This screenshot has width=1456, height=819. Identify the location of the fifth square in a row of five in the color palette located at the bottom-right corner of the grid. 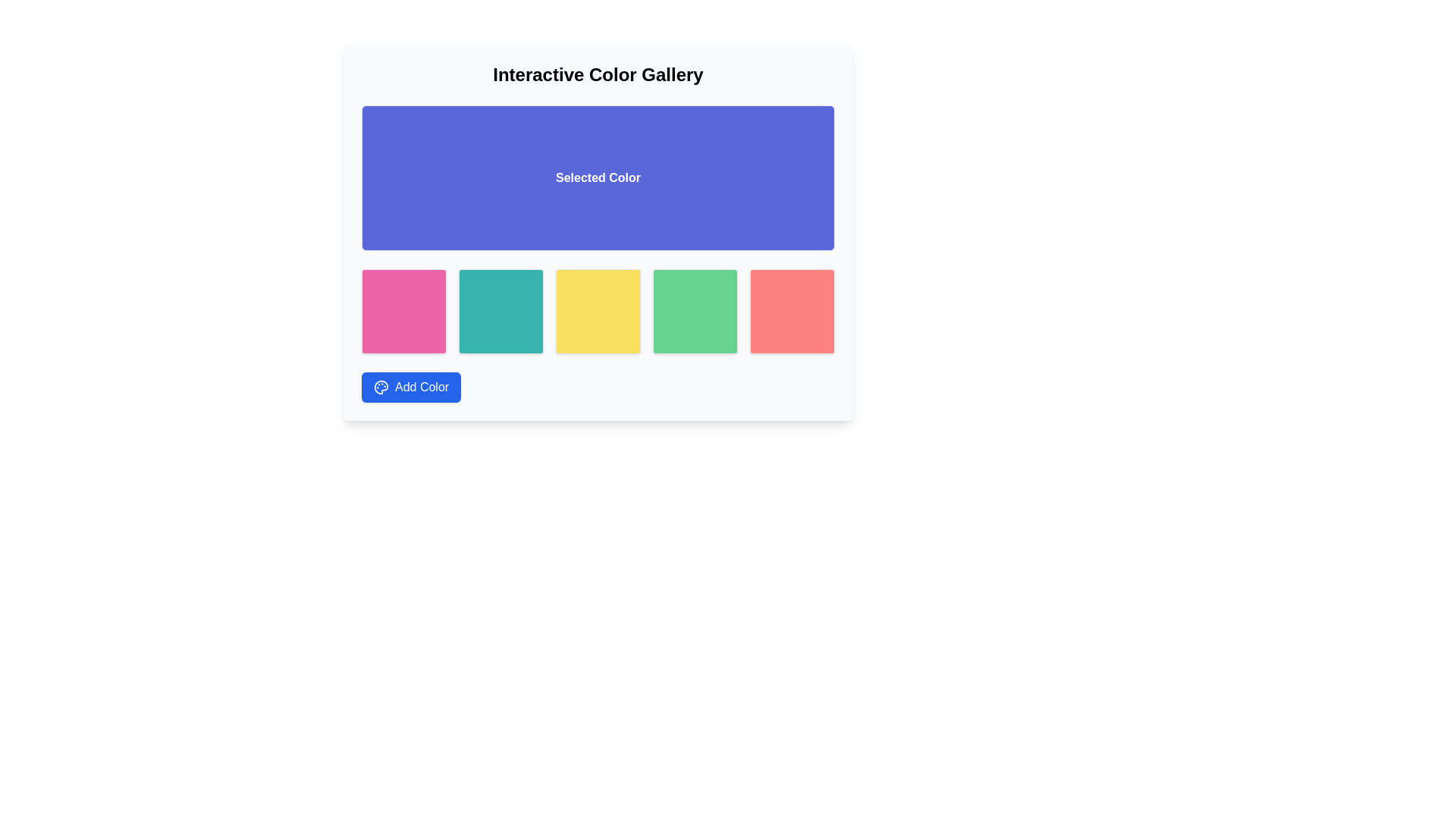
(792, 311).